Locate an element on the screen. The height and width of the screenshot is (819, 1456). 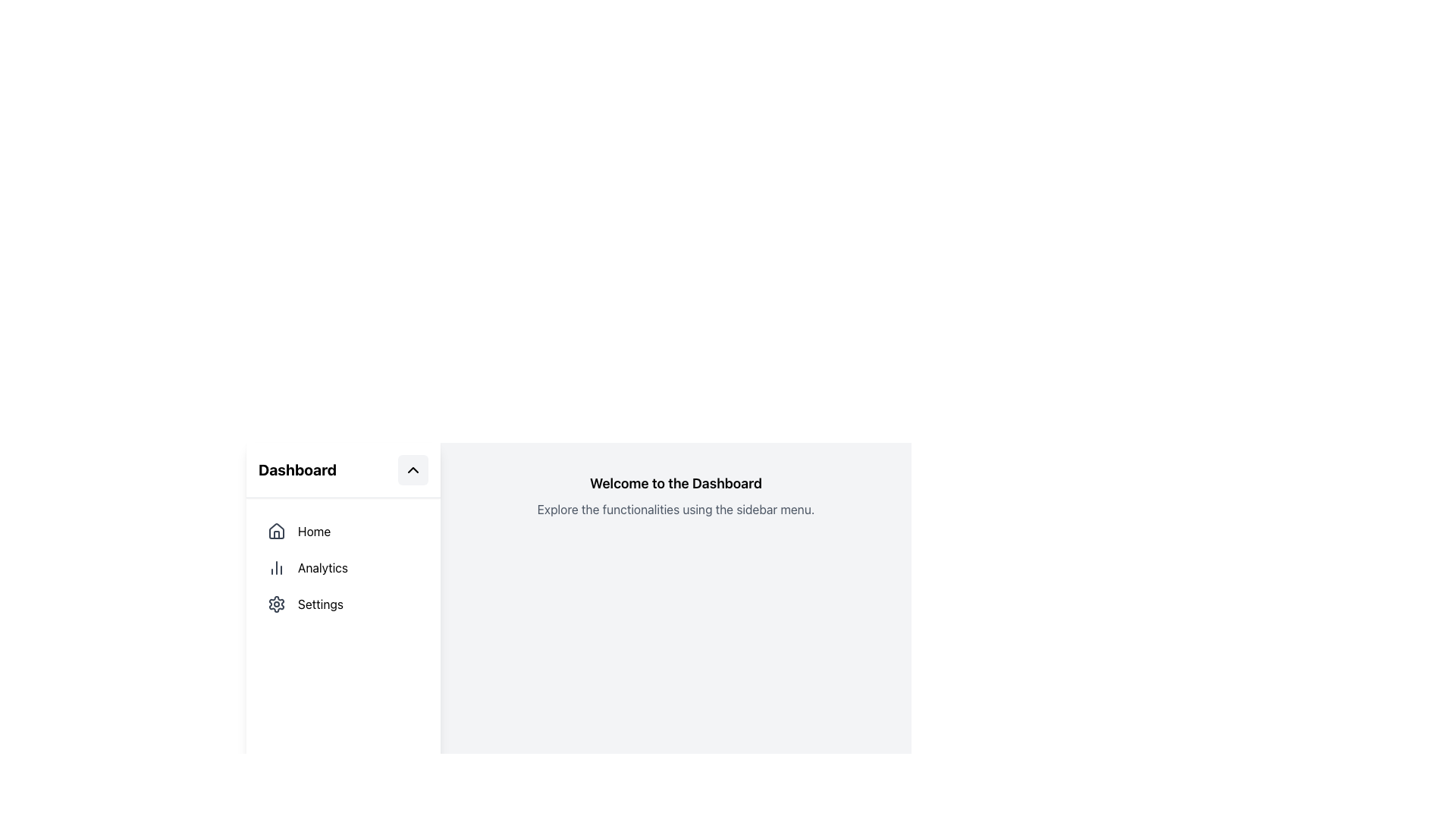
the second item in the vertical list of the navigation menu, which is the 'Analytics' section, to activate the hover style is located at coordinates (342, 567).